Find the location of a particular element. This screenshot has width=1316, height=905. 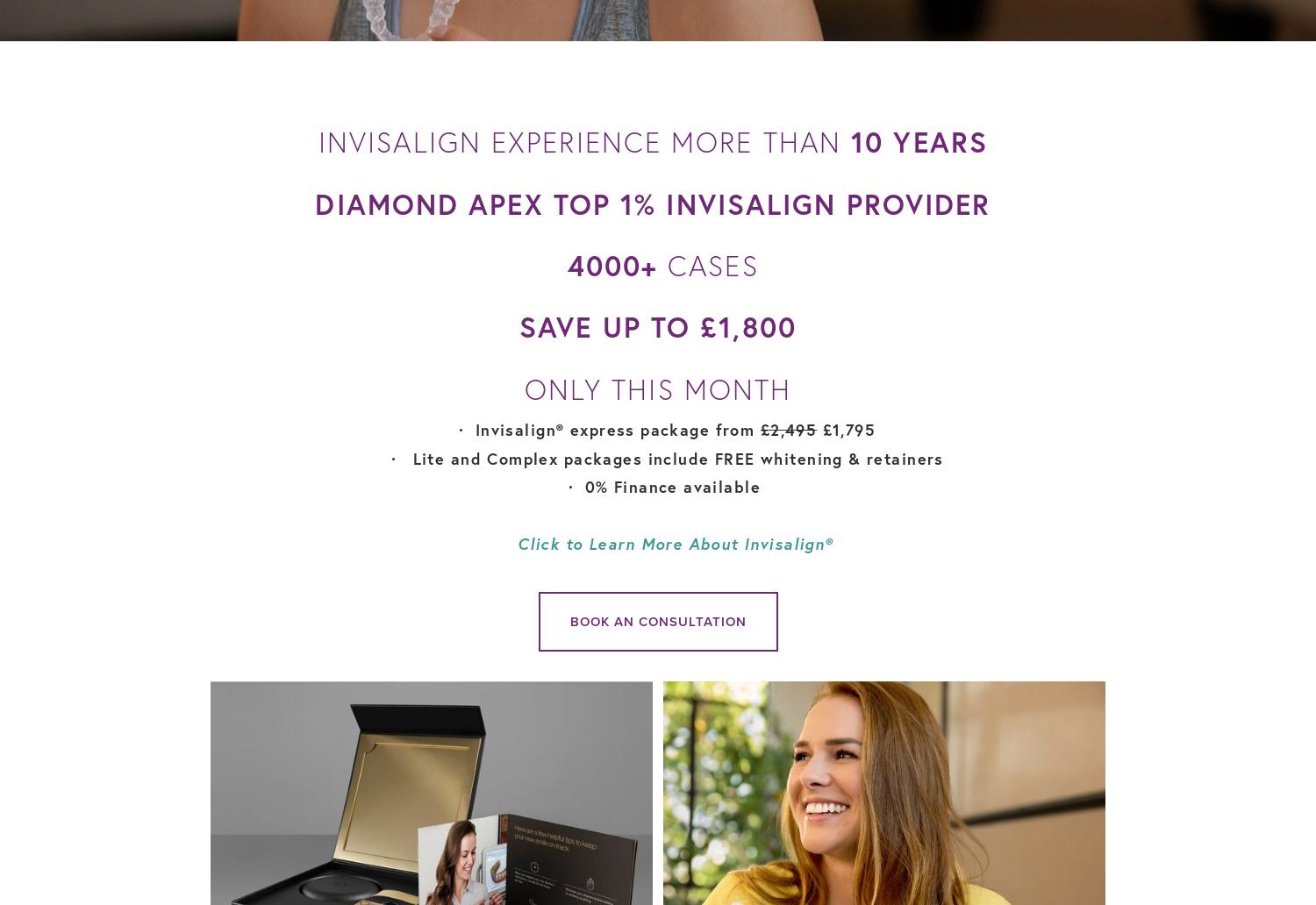

'Click to Learn More About Invisalign®' is located at coordinates (675, 542).